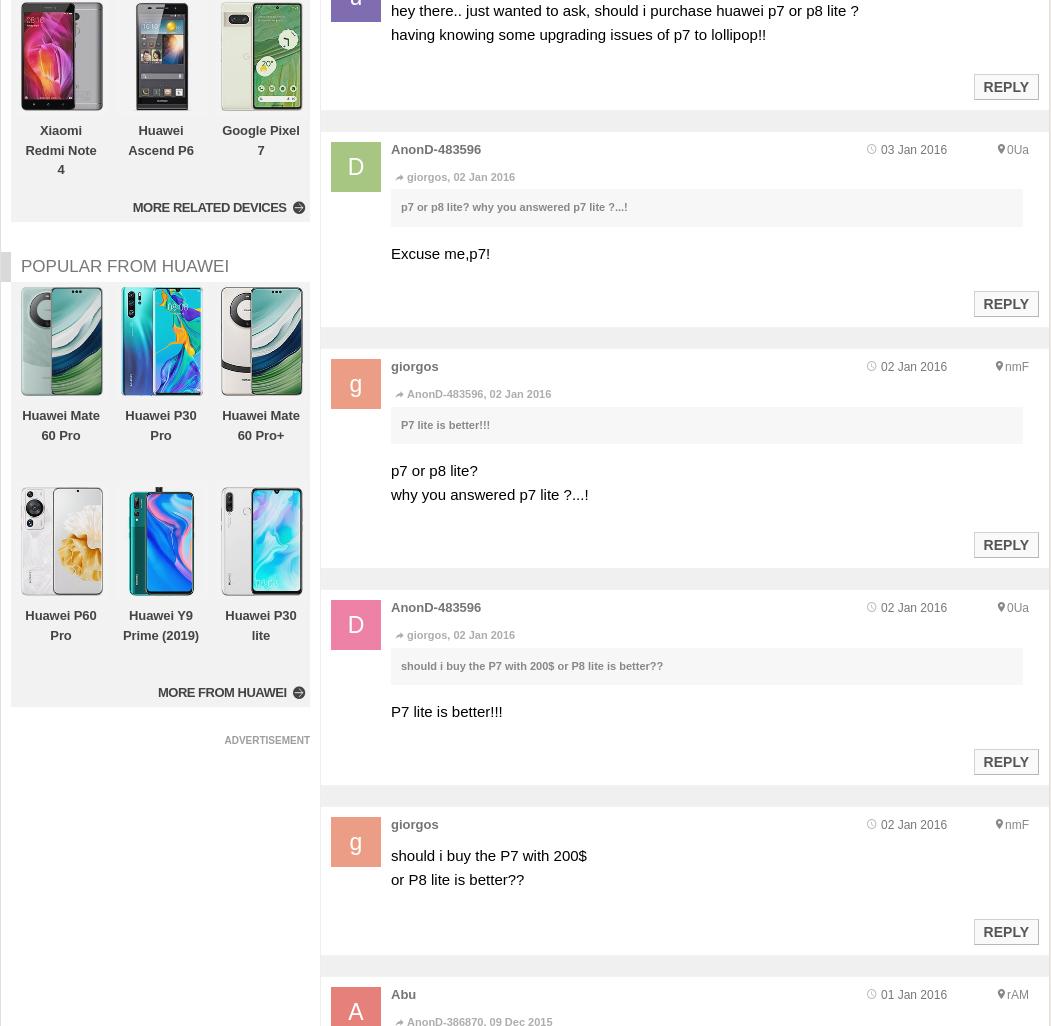 The image size is (1051, 1026). Describe the element at coordinates (260, 424) in the screenshot. I see `'Huawei Mate 60 Pro+'` at that location.